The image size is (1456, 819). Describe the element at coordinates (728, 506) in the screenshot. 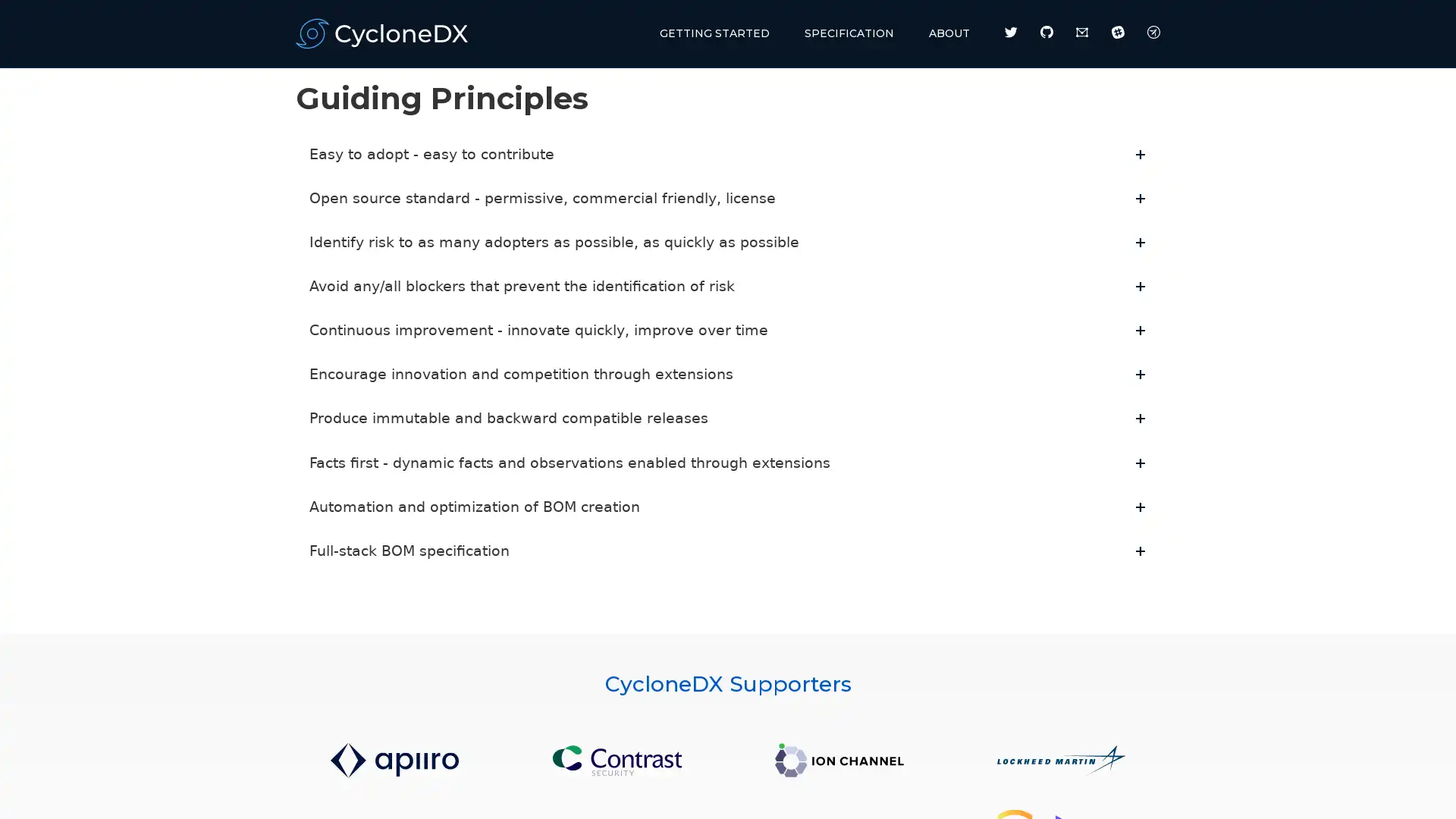

I see `Automation and optimization of BOM creation +` at that location.